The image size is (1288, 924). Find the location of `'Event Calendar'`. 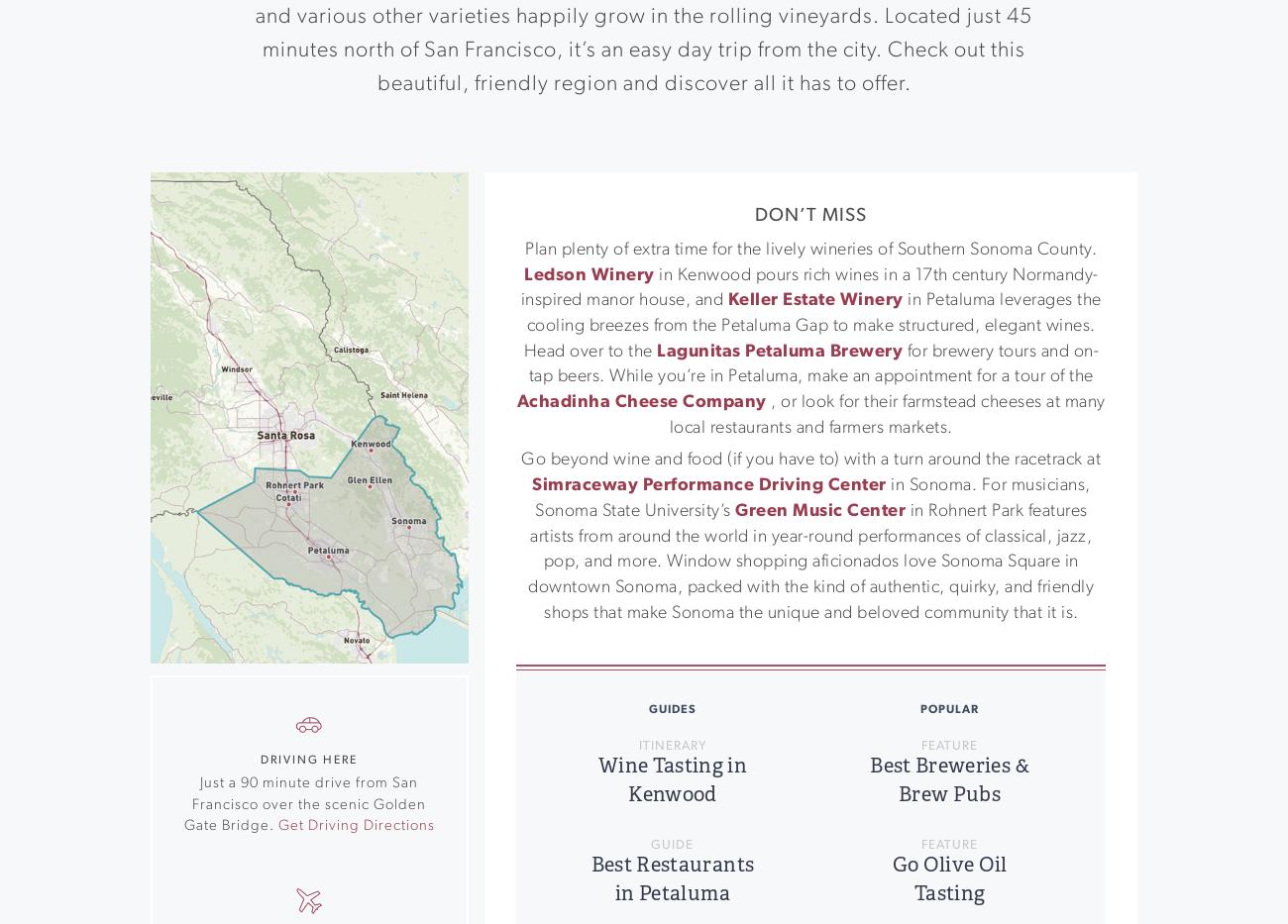

'Event Calendar' is located at coordinates (381, 856).